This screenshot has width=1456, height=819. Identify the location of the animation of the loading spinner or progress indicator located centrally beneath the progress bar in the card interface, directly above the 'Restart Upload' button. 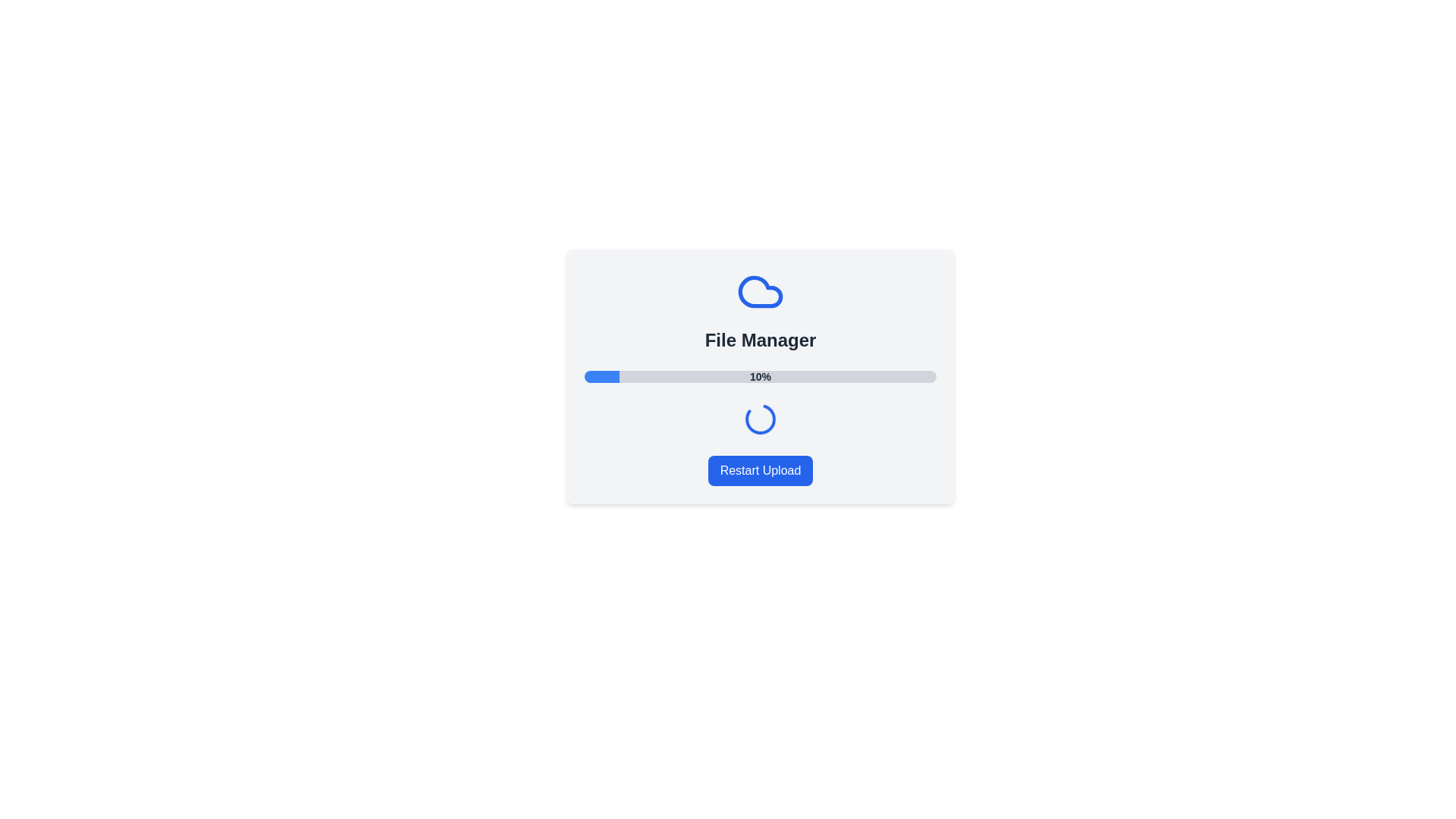
(761, 419).